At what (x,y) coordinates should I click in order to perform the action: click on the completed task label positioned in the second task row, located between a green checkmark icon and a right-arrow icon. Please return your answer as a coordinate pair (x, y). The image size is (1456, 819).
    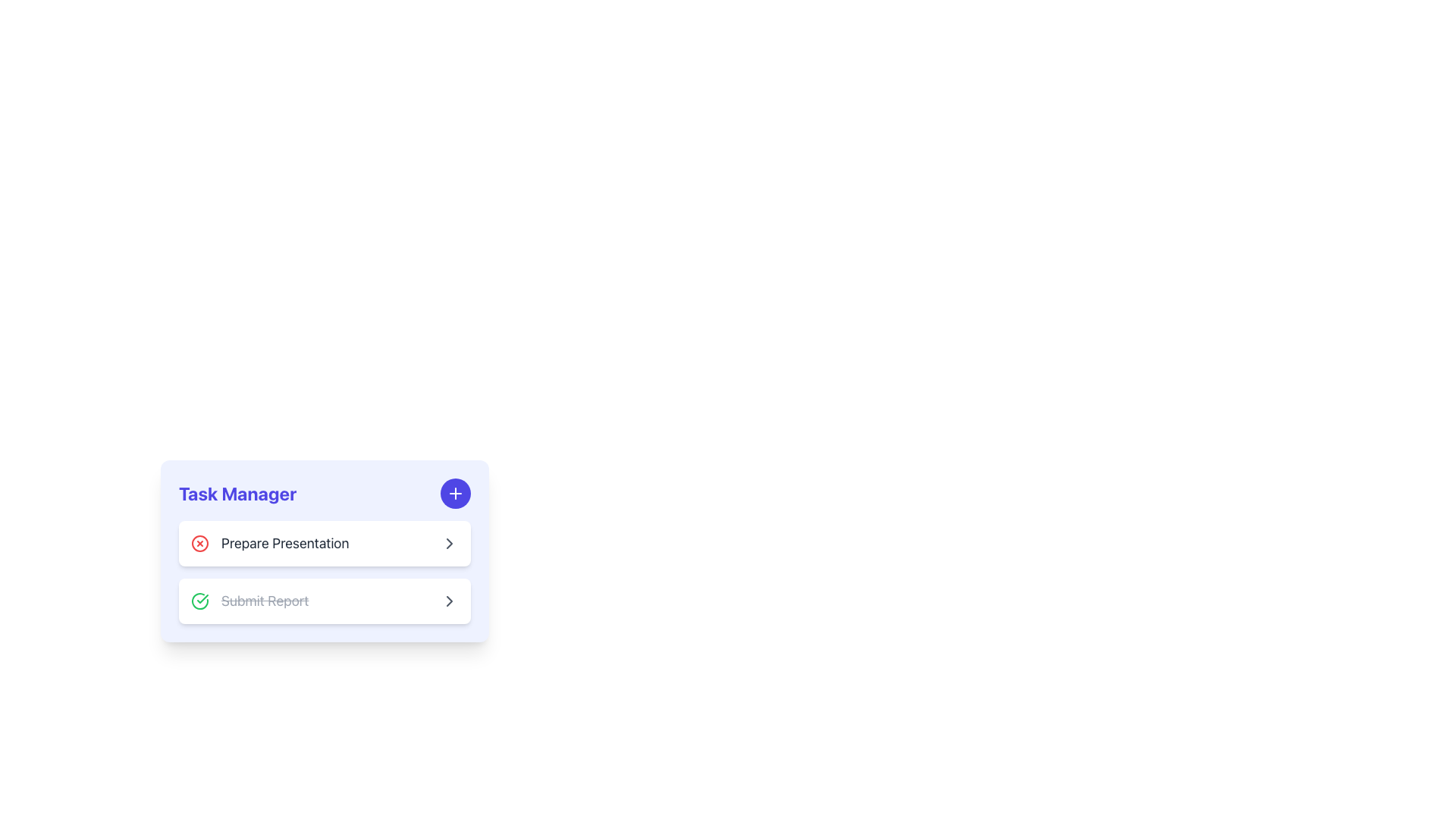
    Looking at the image, I should click on (265, 601).